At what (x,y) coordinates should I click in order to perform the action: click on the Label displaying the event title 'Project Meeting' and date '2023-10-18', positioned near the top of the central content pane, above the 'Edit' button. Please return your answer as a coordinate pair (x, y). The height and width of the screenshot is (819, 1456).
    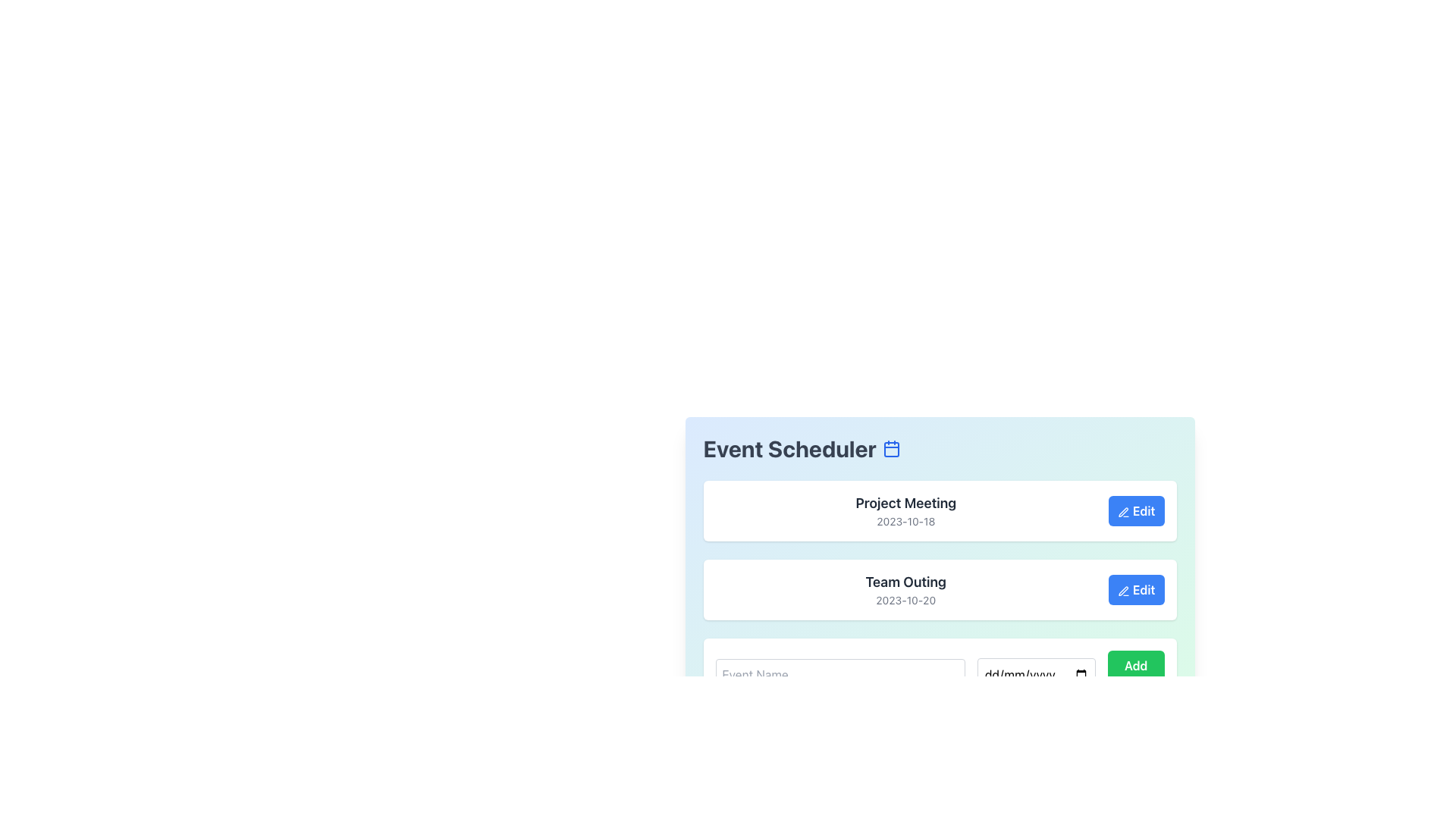
    Looking at the image, I should click on (905, 511).